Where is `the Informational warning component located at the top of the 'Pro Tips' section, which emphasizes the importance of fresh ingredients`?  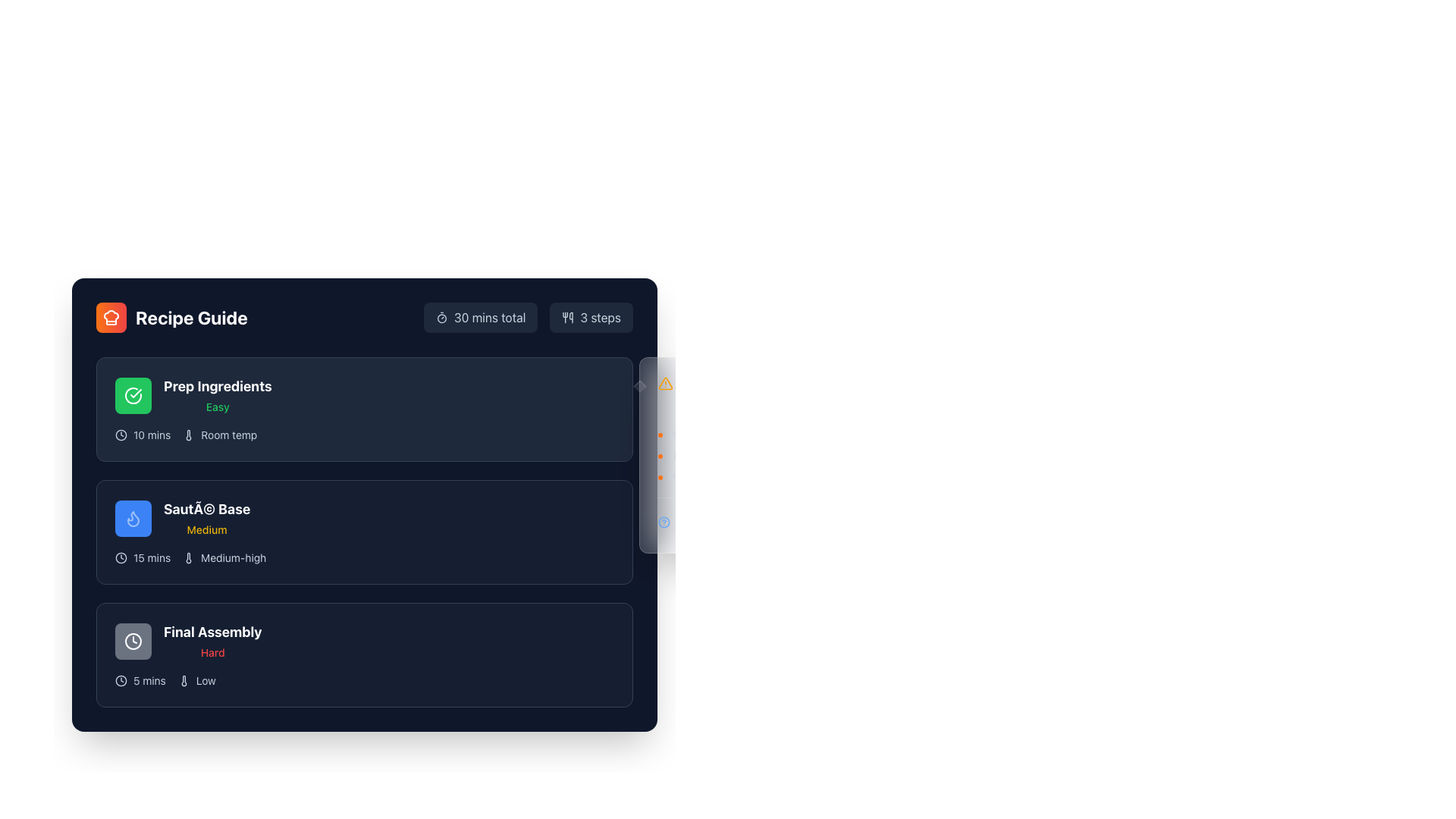 the Informational warning component located at the top of the 'Pro Tips' section, which emphasizes the importance of fresh ingredients is located at coordinates (785, 382).